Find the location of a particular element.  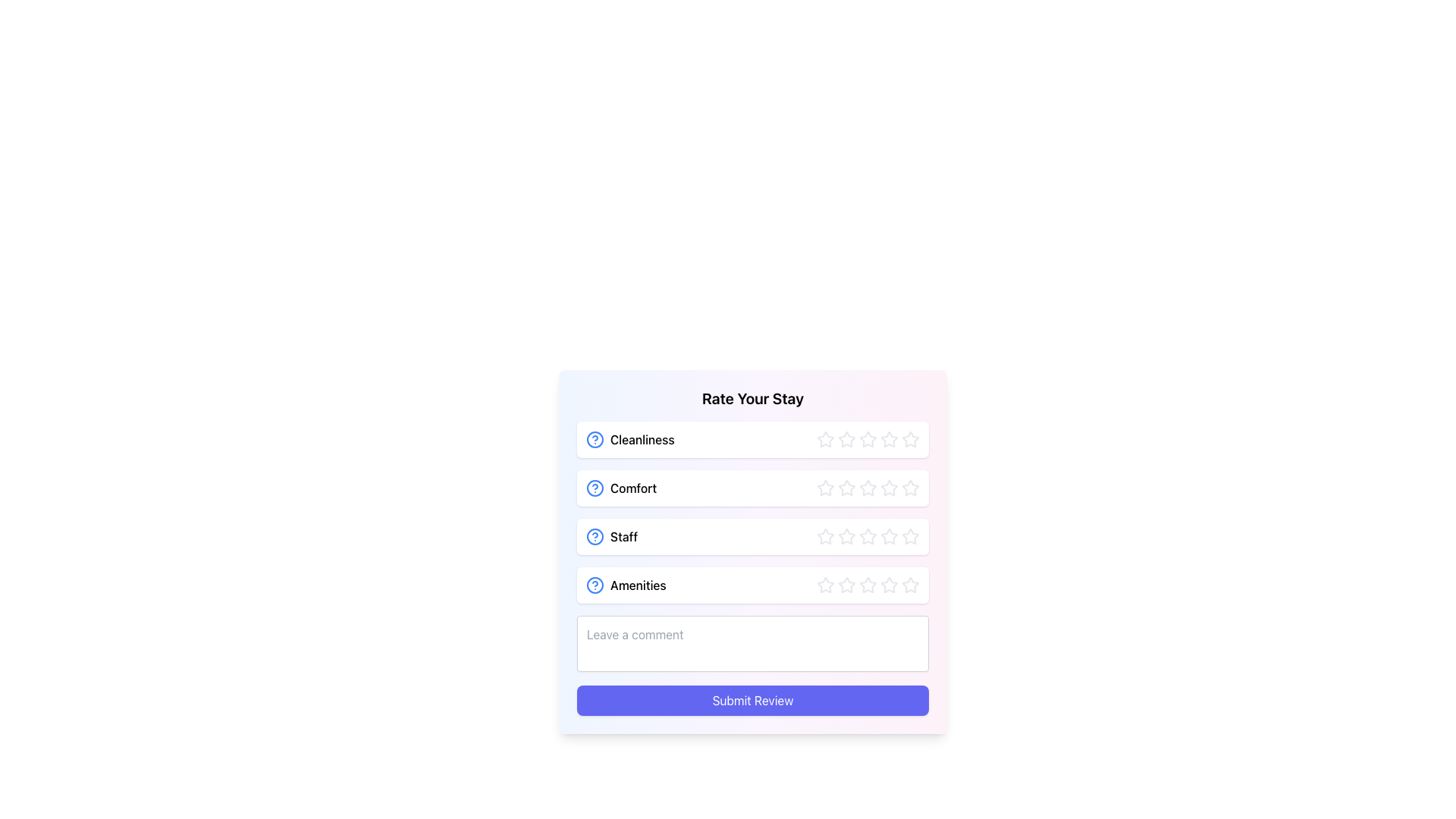

the third star in the rating system is located at coordinates (868, 488).